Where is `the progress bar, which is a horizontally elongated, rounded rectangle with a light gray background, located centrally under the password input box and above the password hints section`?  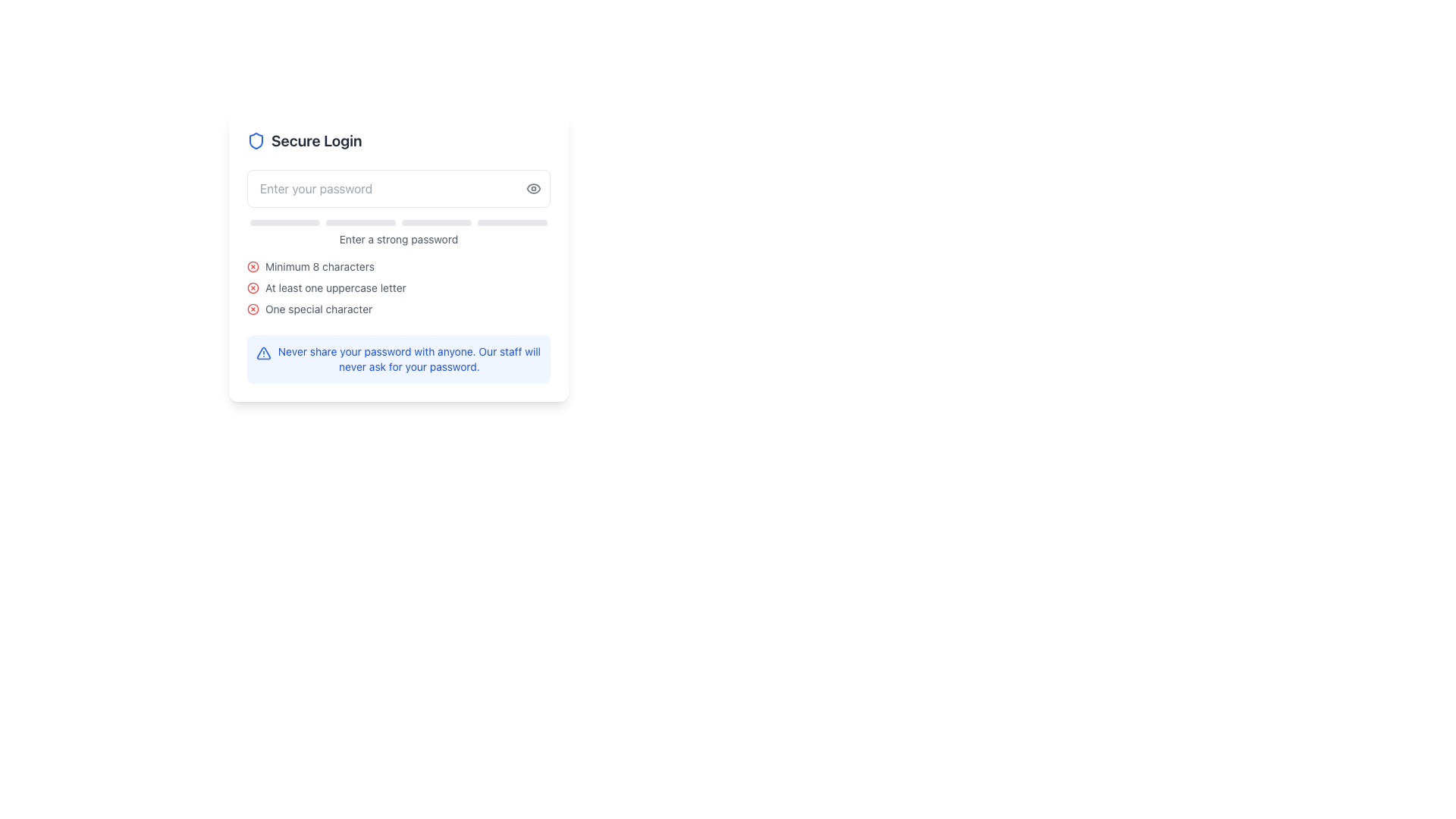
the progress bar, which is a horizontally elongated, rounded rectangle with a light gray background, located centrally under the password input box and above the password hints section is located at coordinates (436, 222).